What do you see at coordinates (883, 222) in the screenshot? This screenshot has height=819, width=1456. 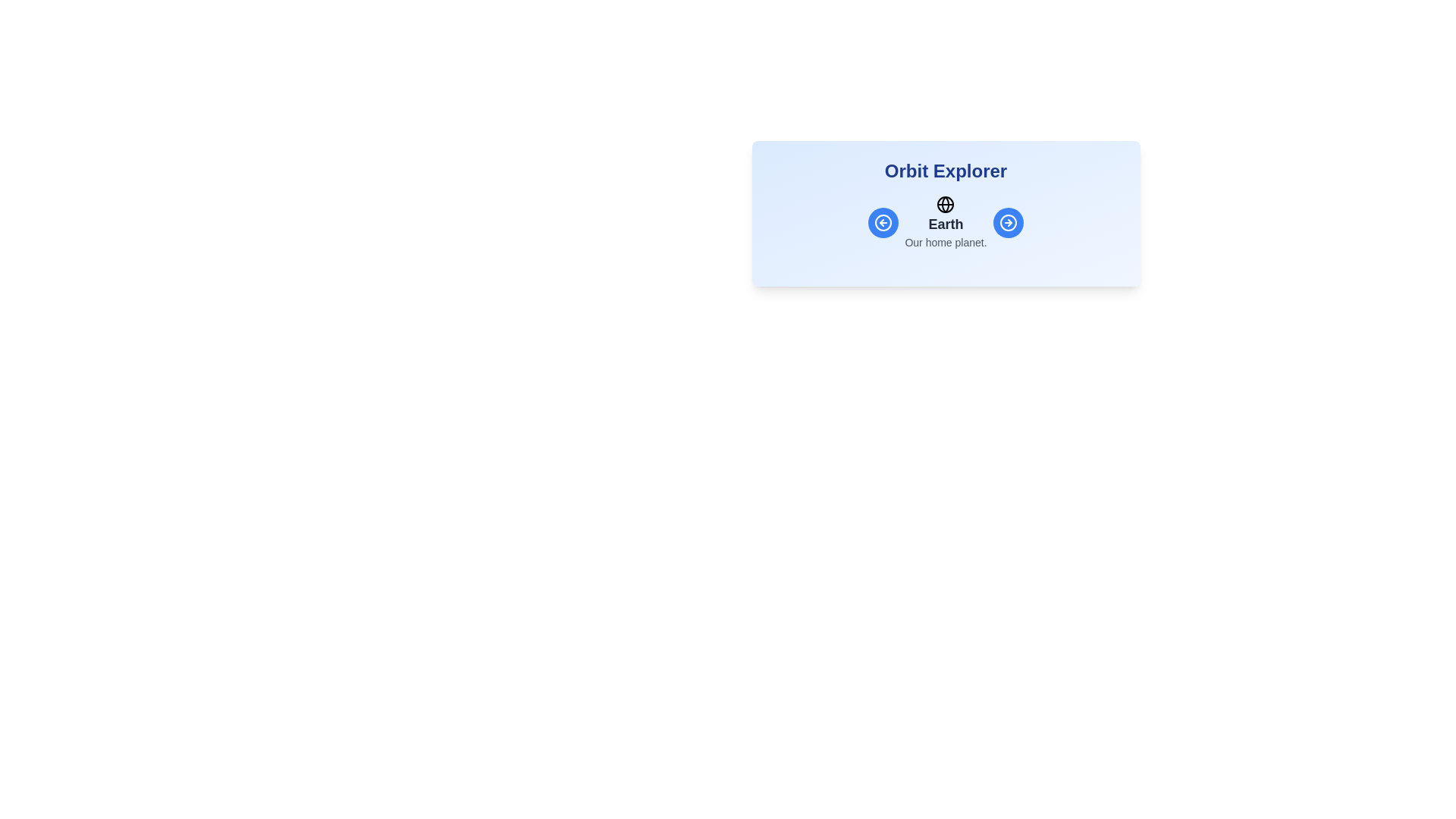 I see `the circular blue button with a white leftward arrow icon` at bounding box center [883, 222].